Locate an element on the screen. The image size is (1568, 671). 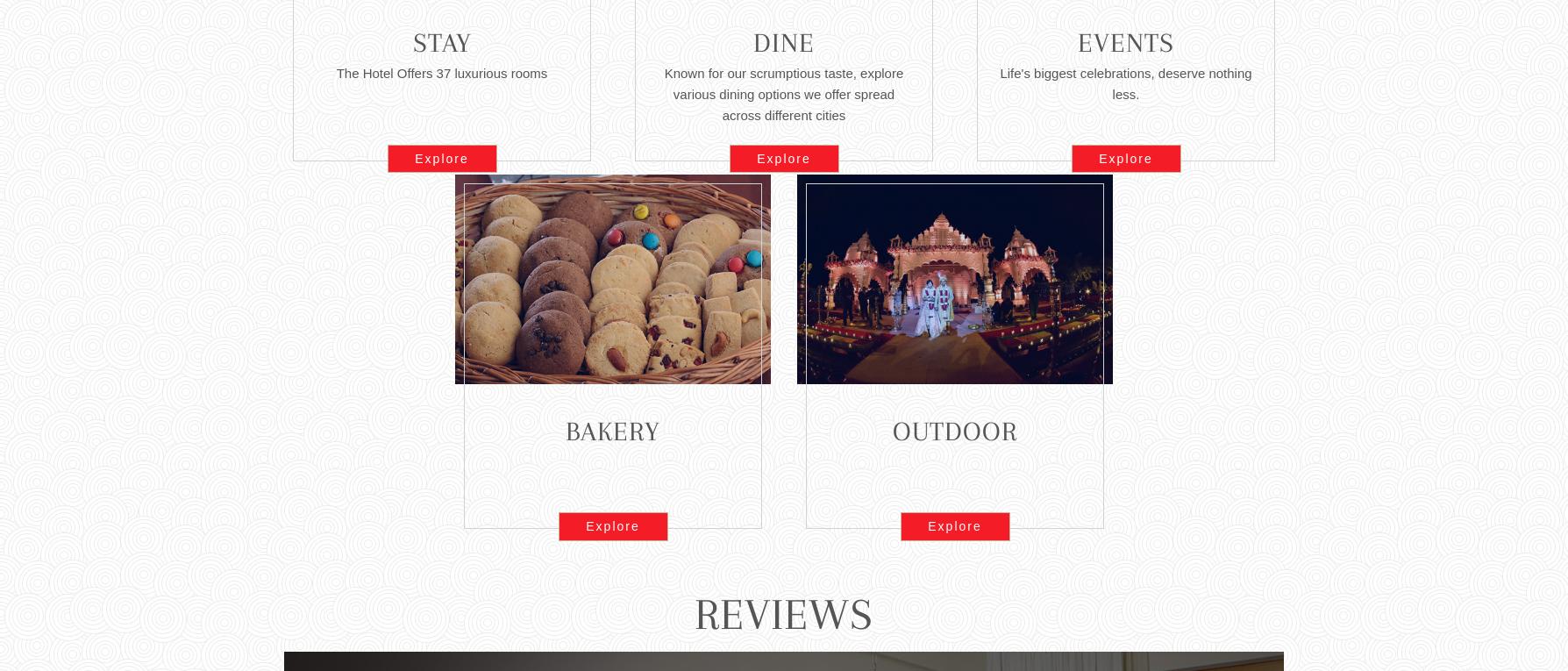
'Reviews' is located at coordinates (784, 613).